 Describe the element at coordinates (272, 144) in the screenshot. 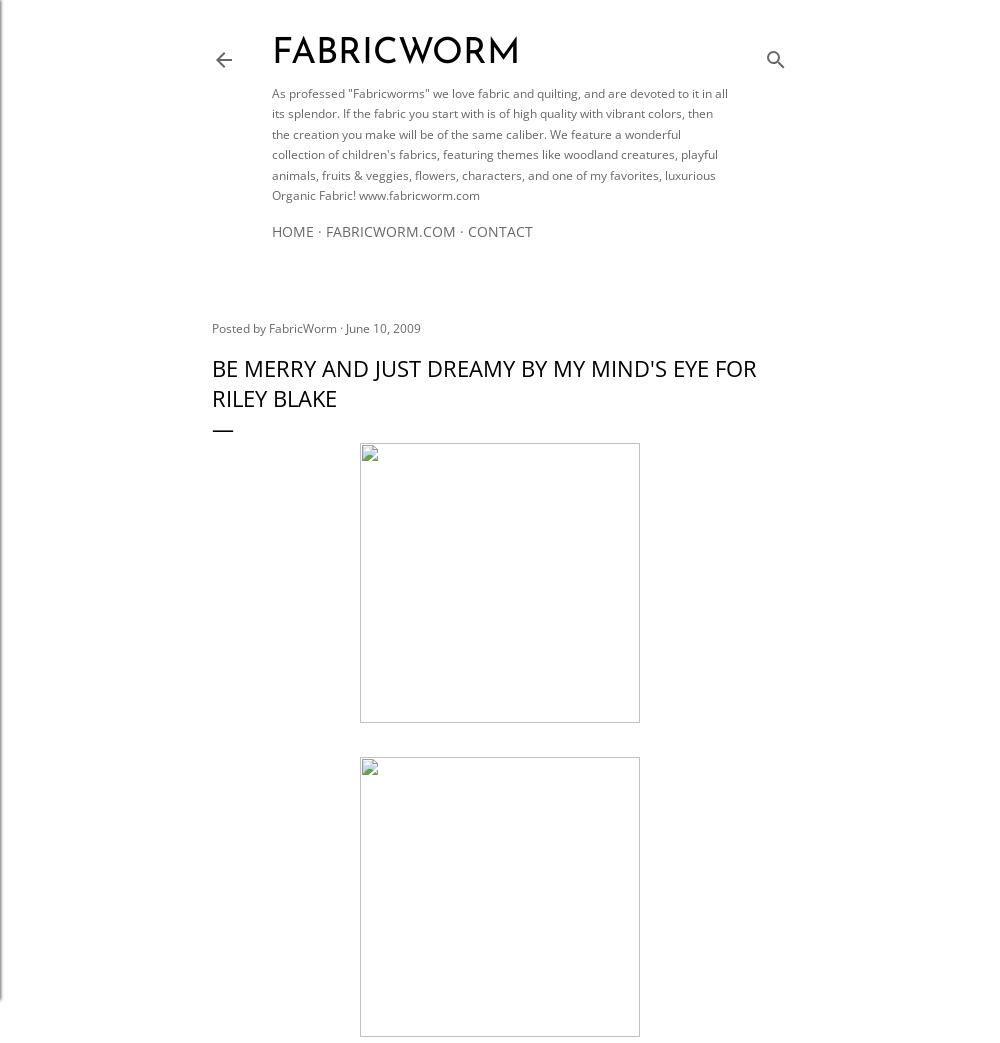

I see `'As professed "Fabricworms" we love fabric and quilting, and are devoted to it in all its splendor. If the fabric you start with is of high quality with vibrant colors, then the creation you make will be of the same caliber. We feature a wonderful collection of children's fabrics, featuring themes like woodland creatures, playful animals, fruits & veggies, flowers, characters, and one of my favorites, luxurious Organic Fabric!

www.fabricworm.com'` at that location.